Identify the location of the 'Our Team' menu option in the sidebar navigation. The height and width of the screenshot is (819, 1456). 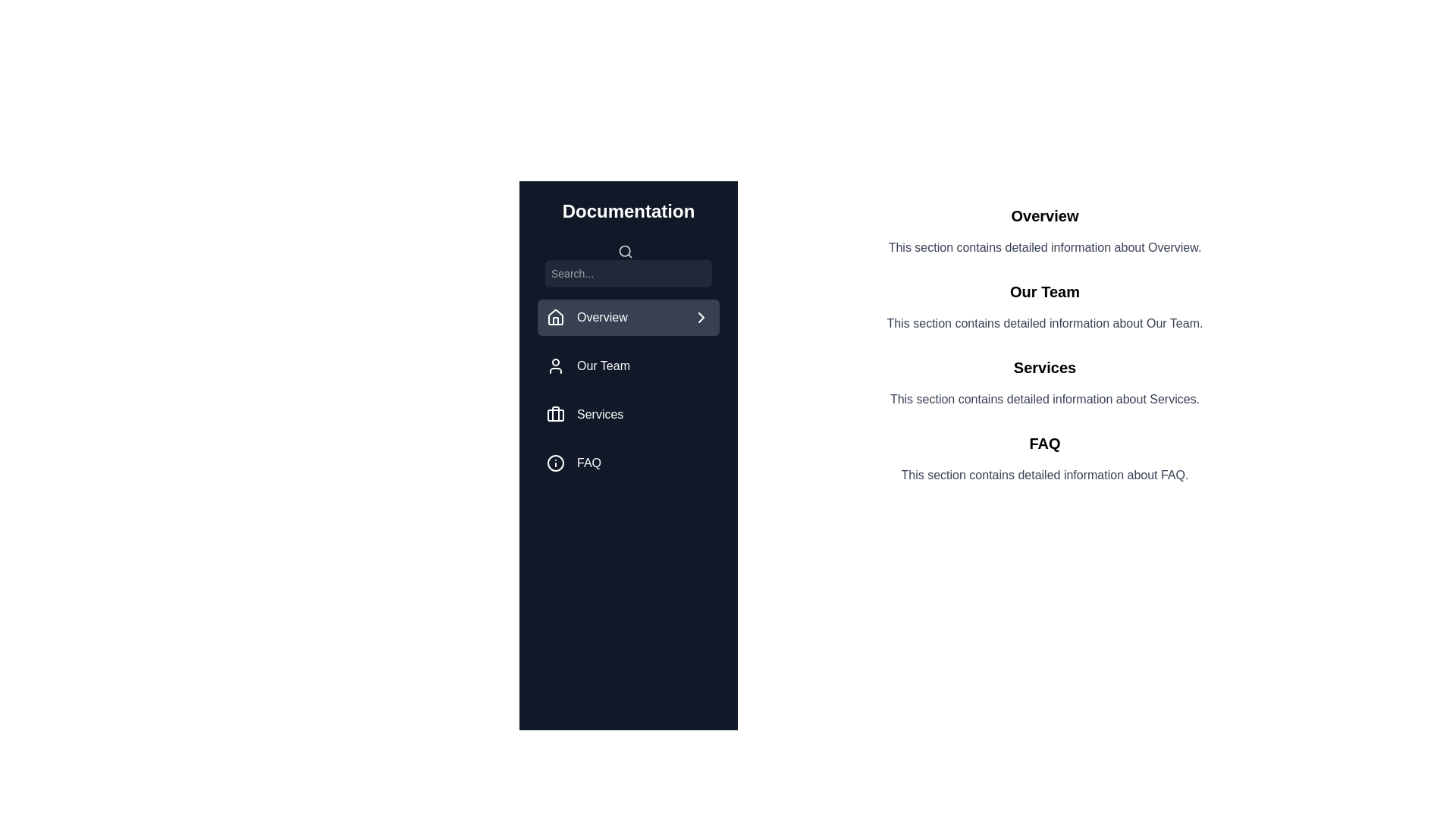
(629, 362).